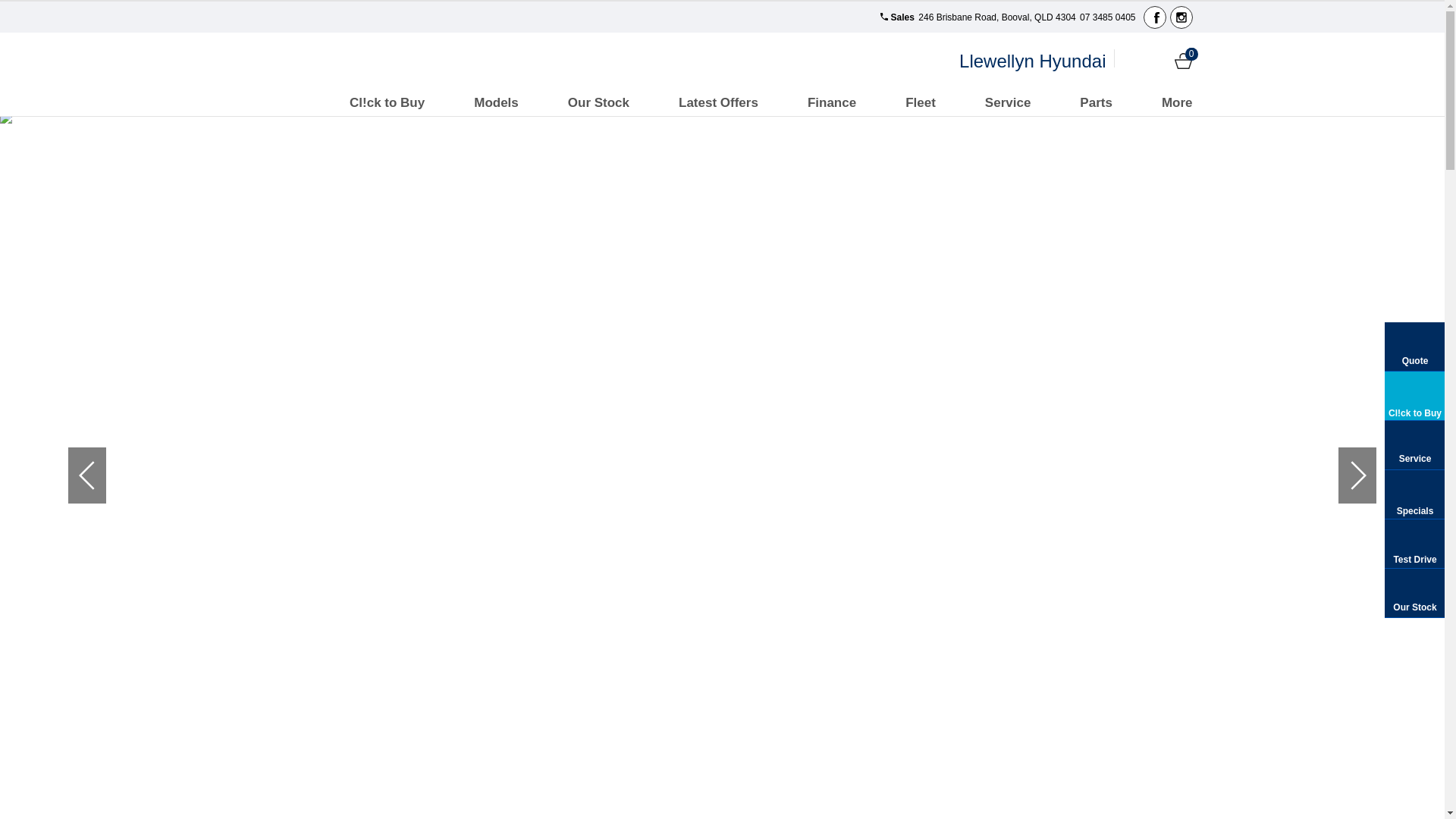 The image size is (1456, 819). I want to click on 'Sales', so click(895, 17).